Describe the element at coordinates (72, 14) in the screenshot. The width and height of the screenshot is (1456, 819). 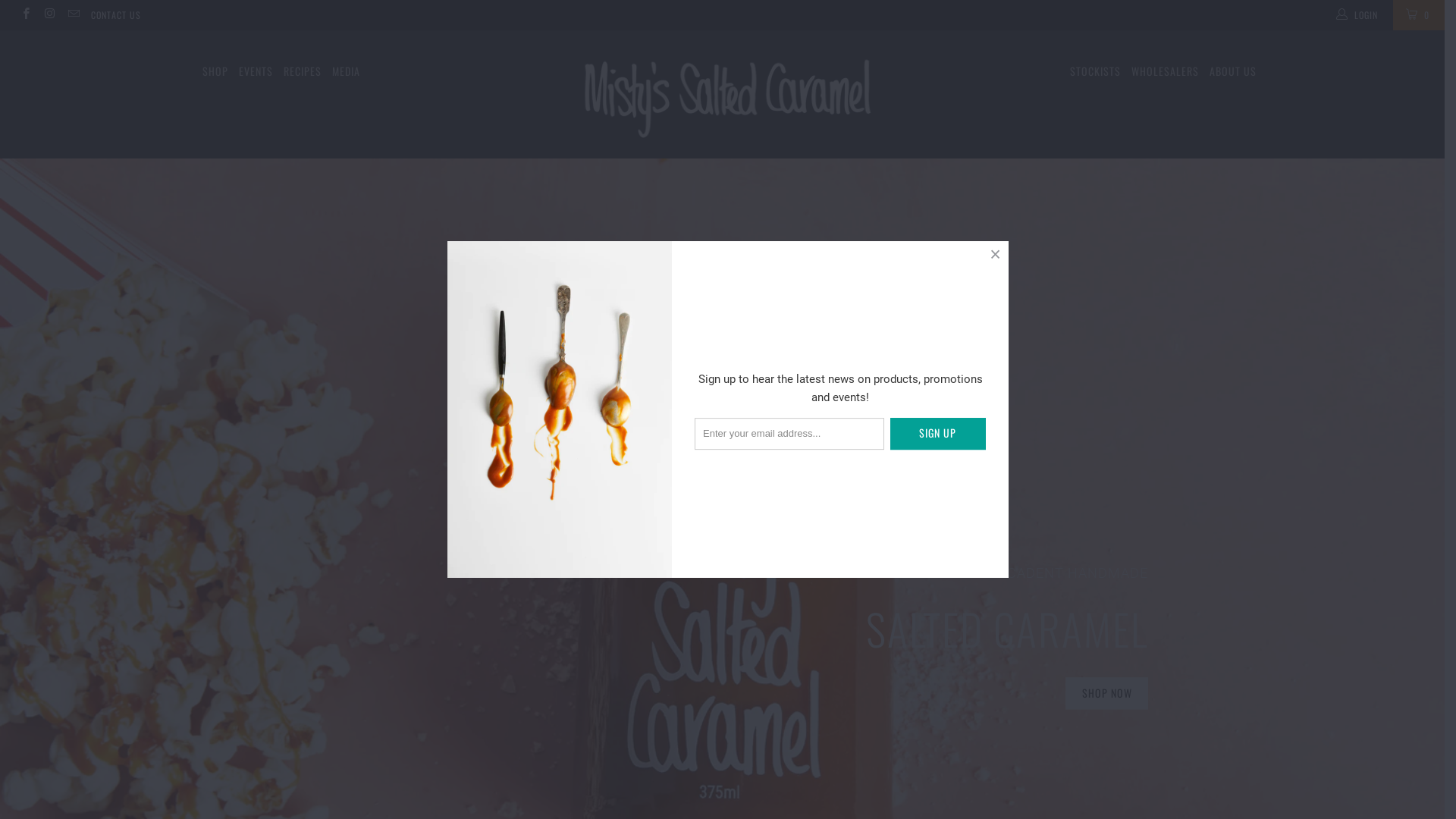
I see `'Email Misty's Salted Caramel'` at that location.